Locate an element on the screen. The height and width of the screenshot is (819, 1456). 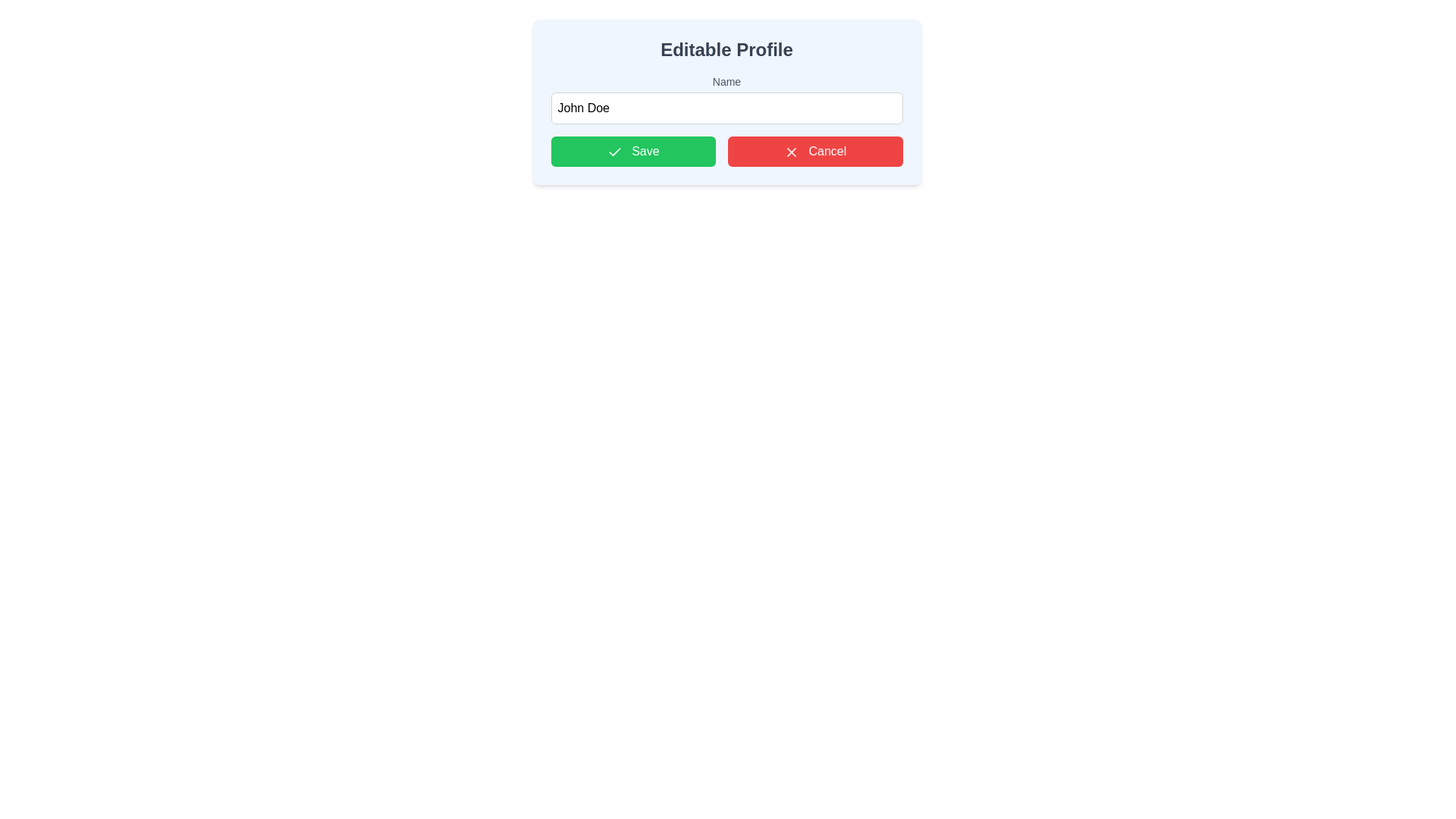
the Text Label that serves as a title for the profile editing interface, positioned at the top-center of the card-like layout is located at coordinates (726, 49).